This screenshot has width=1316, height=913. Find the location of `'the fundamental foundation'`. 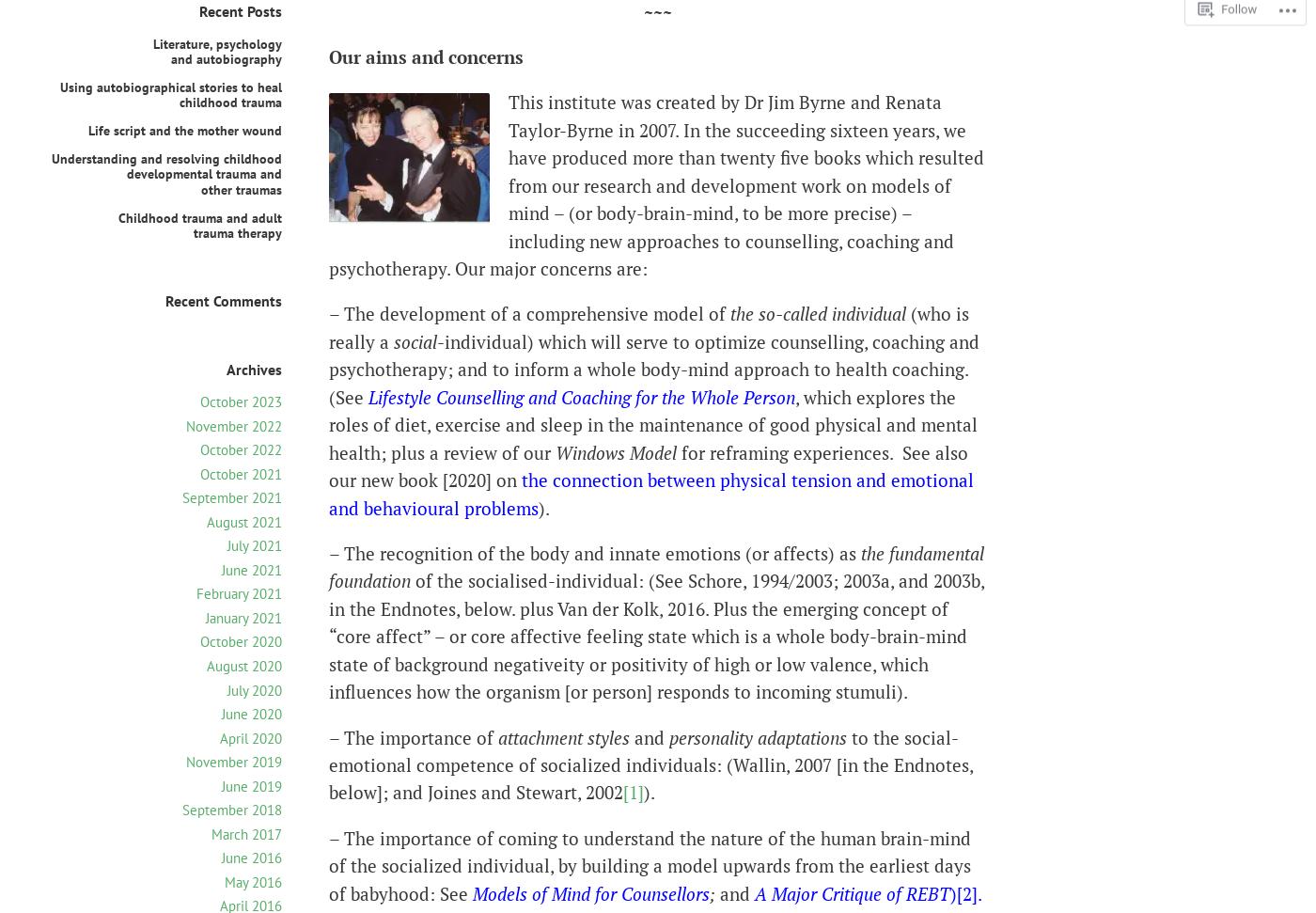

'the fundamental foundation' is located at coordinates (329, 565).